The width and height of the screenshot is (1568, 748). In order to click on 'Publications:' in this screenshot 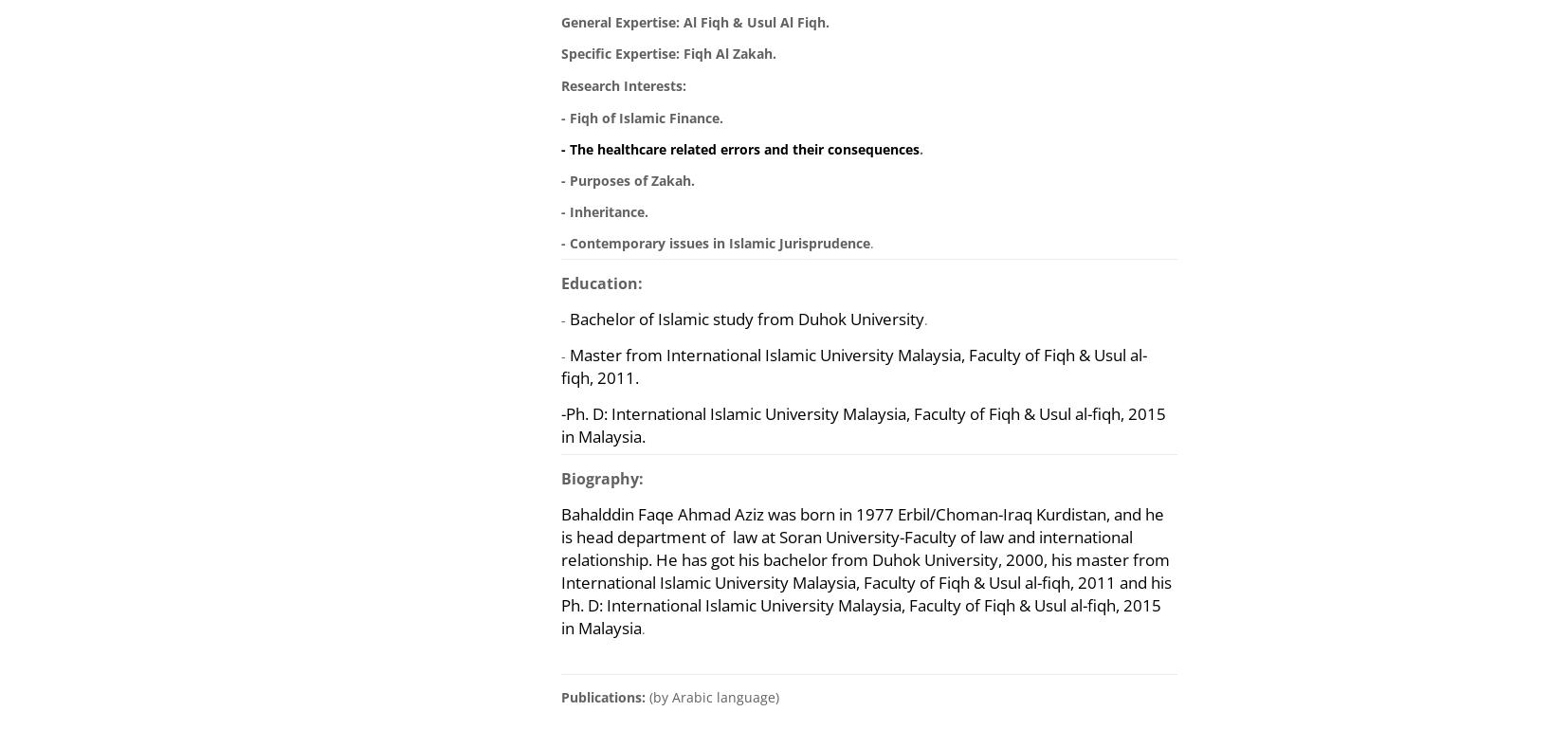, I will do `click(605, 697)`.